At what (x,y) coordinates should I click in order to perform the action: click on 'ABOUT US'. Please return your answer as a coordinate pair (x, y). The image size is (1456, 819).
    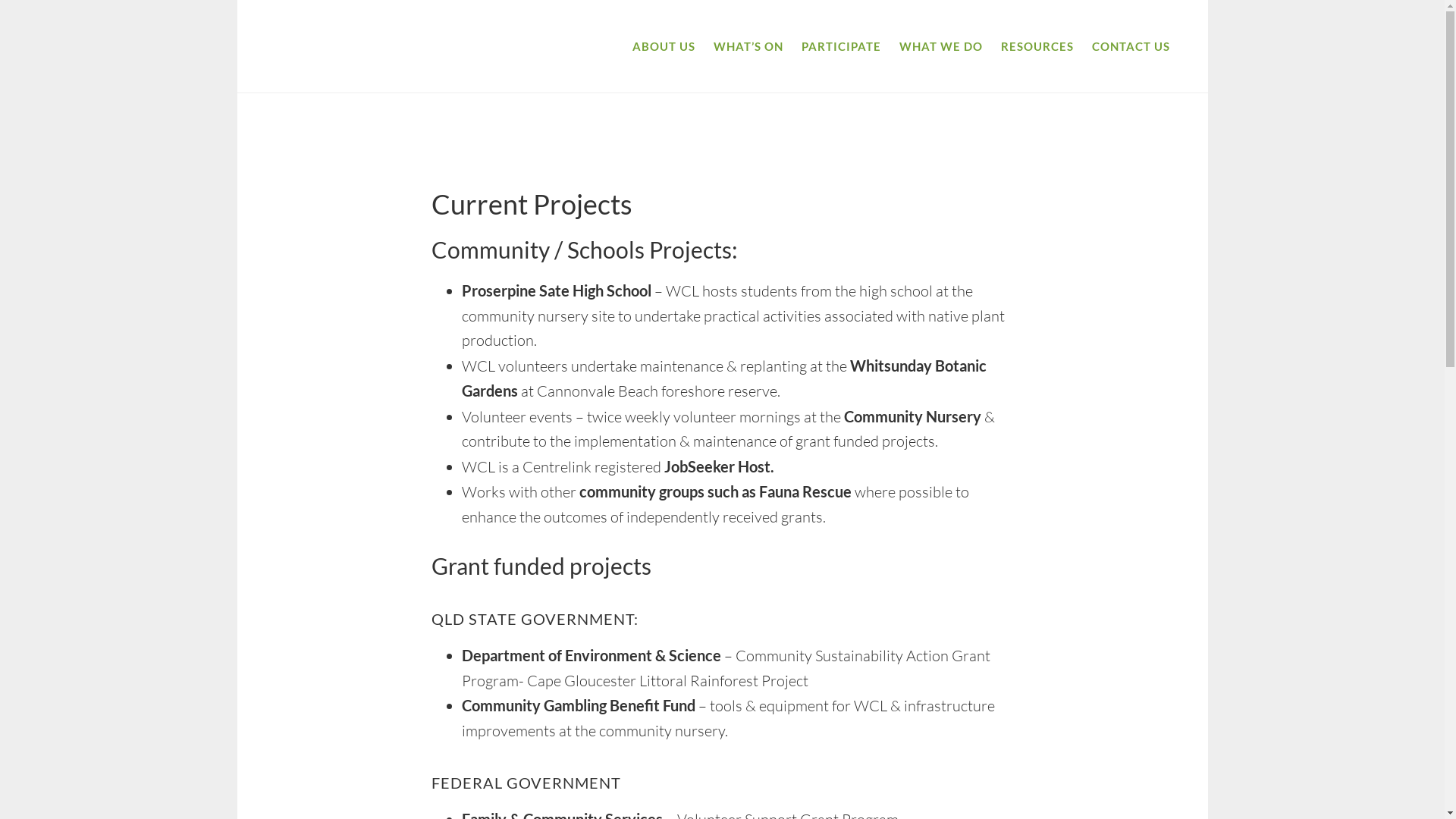
    Looking at the image, I should click on (625, 45).